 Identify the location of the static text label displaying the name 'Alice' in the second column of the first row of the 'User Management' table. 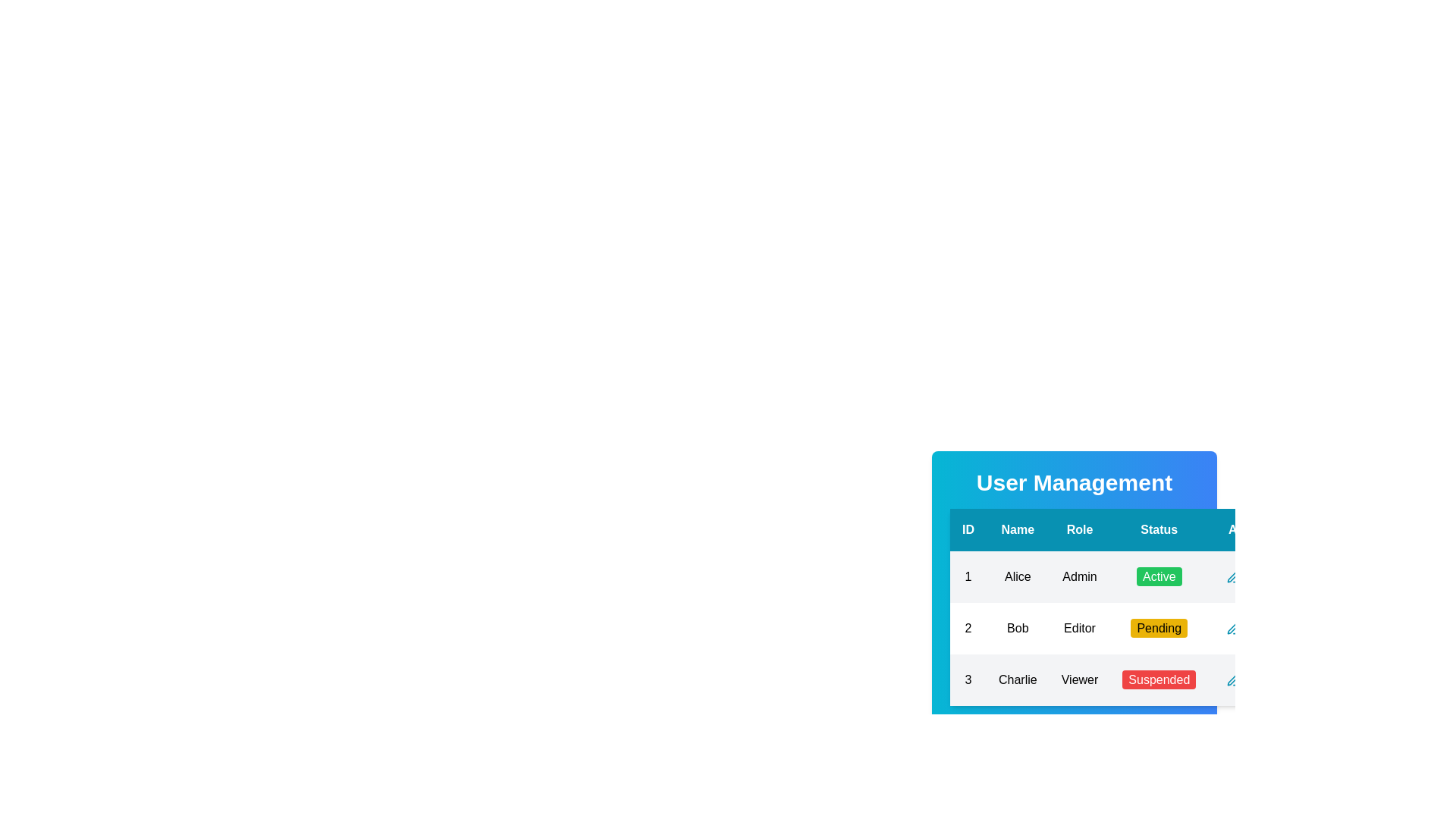
(1018, 576).